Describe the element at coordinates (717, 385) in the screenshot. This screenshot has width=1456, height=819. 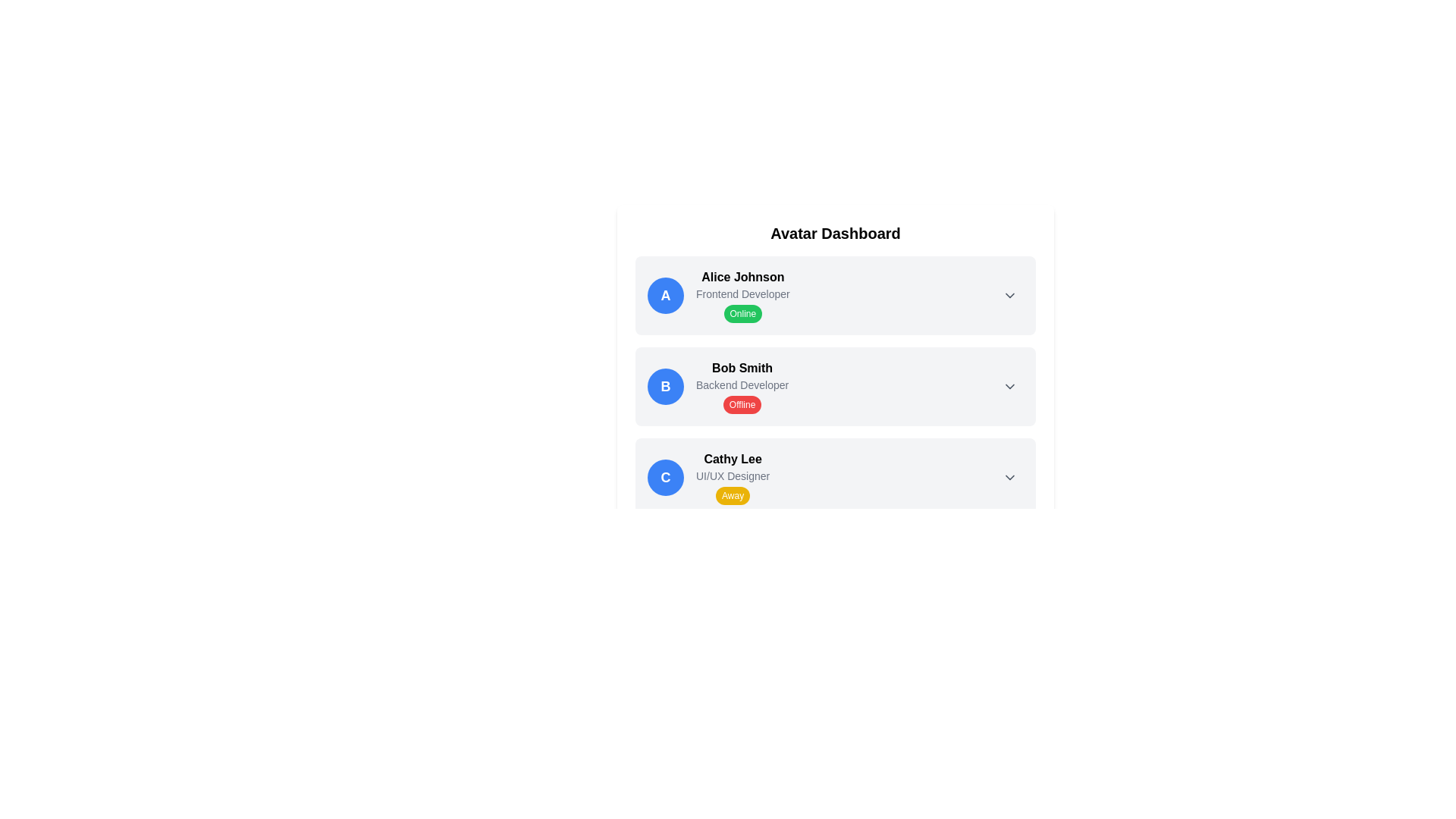
I see `the user profile summary panel for 'Bob Smith', which features a circular blue avatar with the letter 'B', his name in bold, title in lighter text, and an 'Offline' status badge` at that location.